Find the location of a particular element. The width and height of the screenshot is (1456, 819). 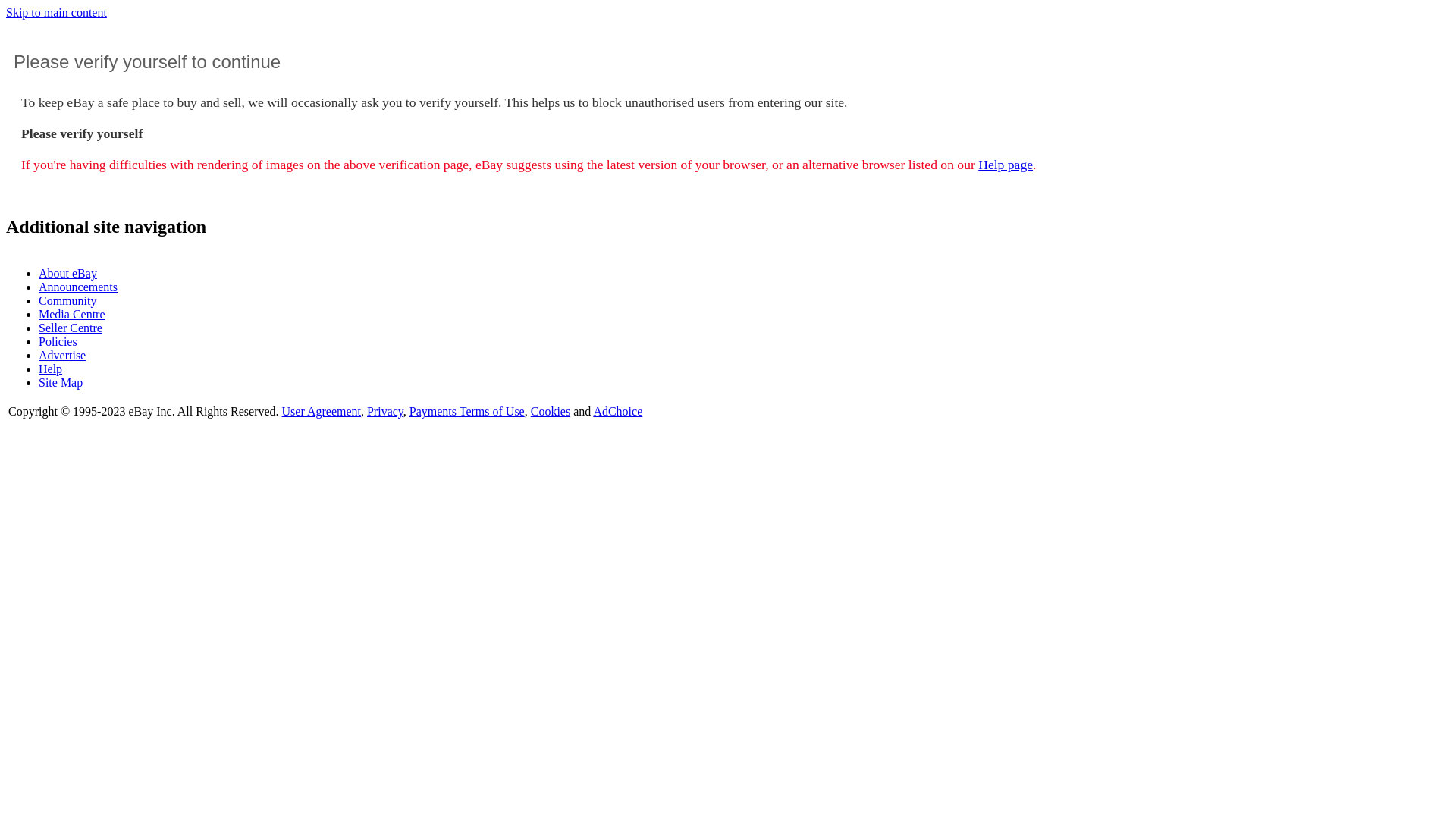

'Payments Terms of Use' is located at coordinates (409, 411).